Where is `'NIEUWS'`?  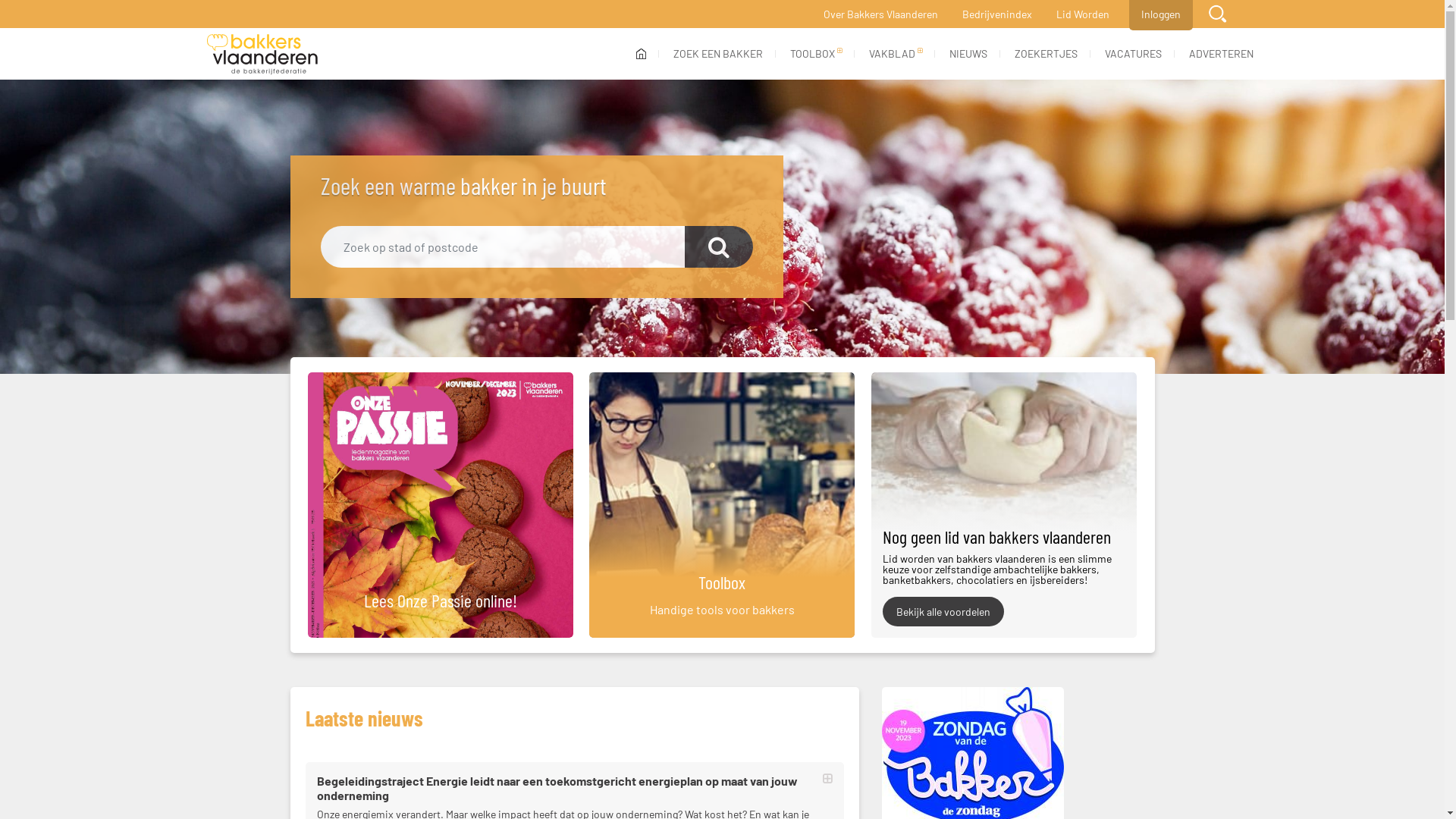
'NIEUWS' is located at coordinates (967, 52).